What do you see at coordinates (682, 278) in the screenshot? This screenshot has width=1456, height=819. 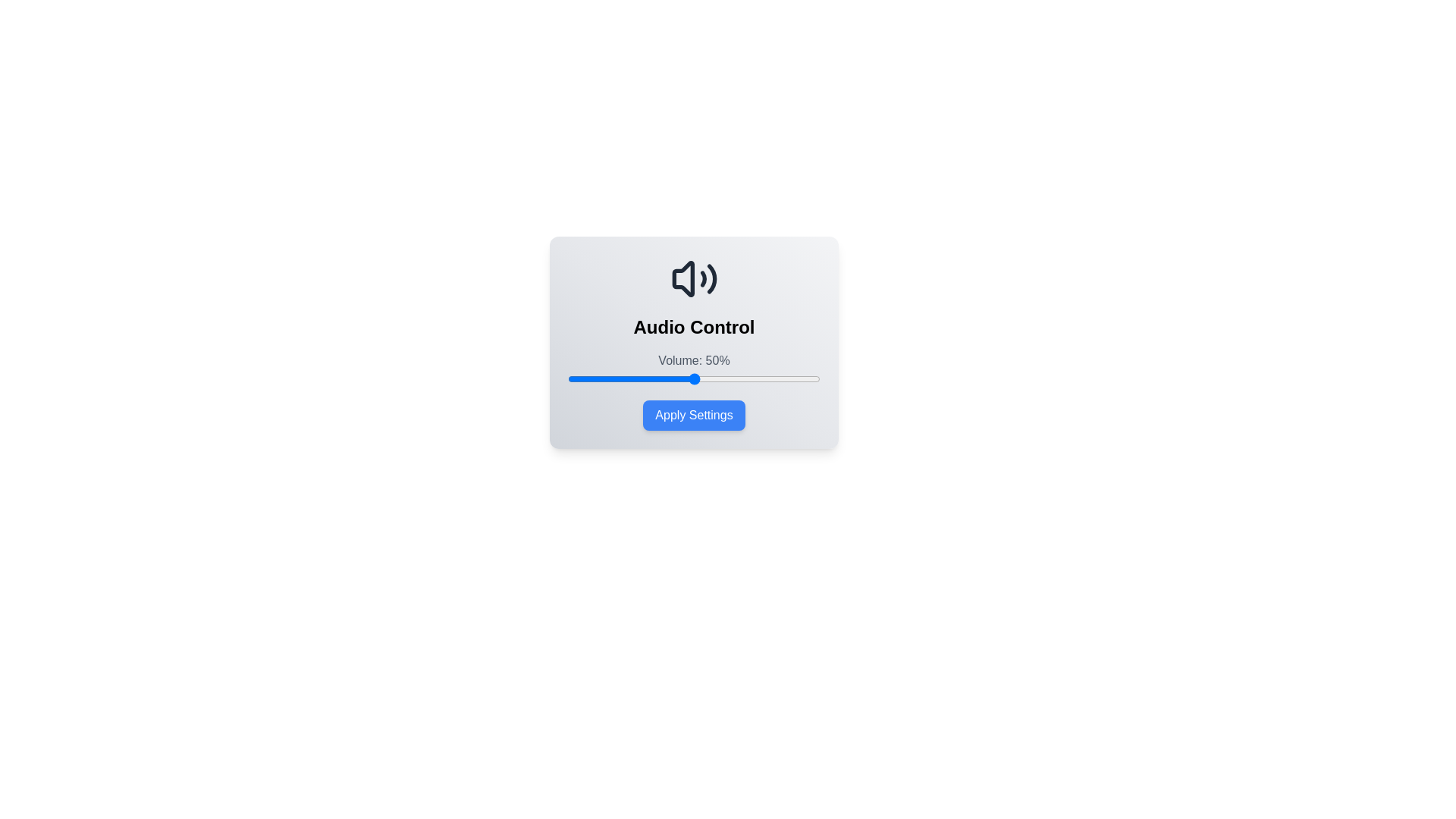 I see `the leftmost graphic component of the speaker icon, representing the body of the speaker, located at the top section of the interface` at bounding box center [682, 278].